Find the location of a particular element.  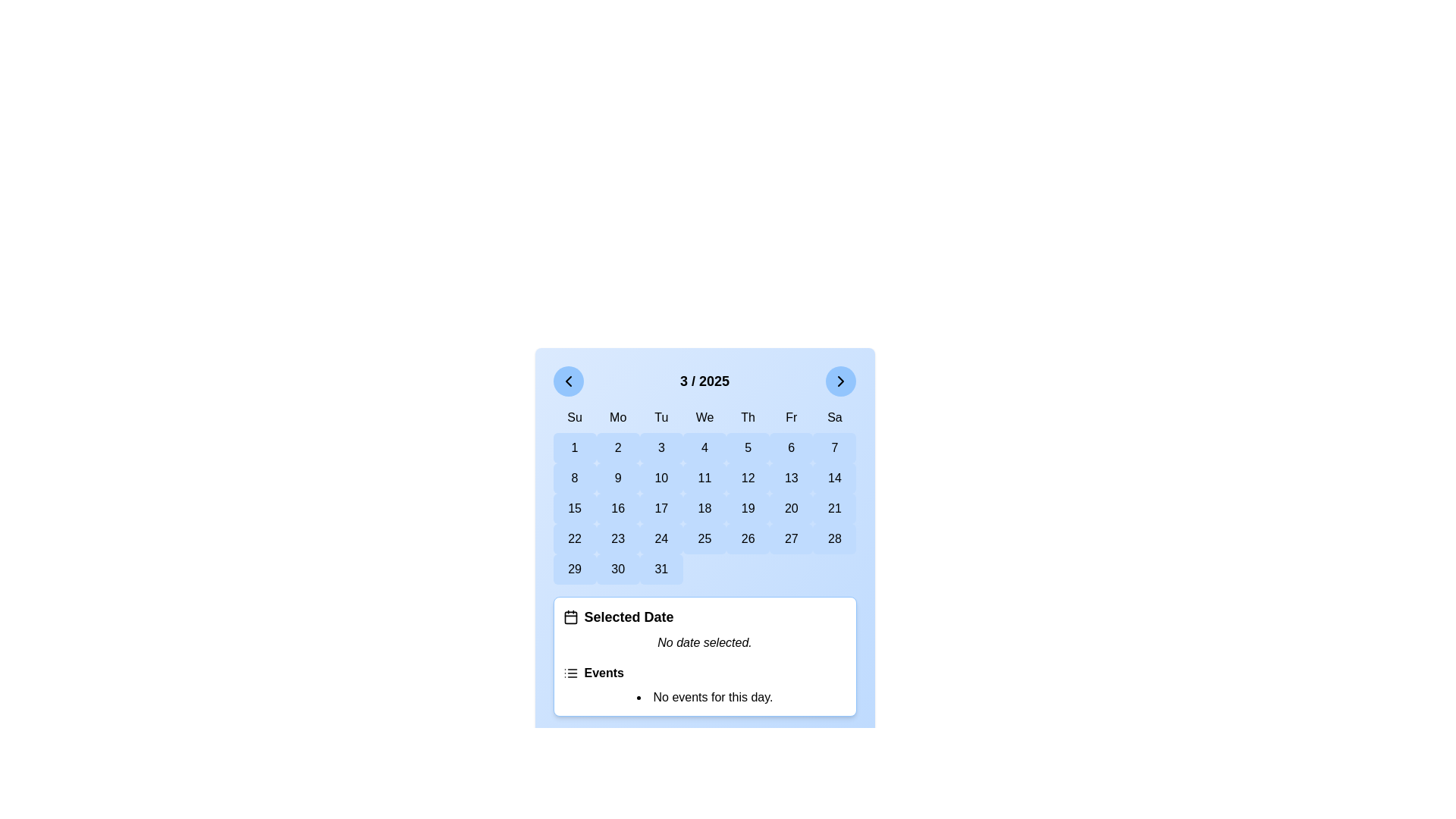

the Text label for Saturday in the calendar view, which is the last element in the top row of the calendar grid is located at coordinates (833, 418).